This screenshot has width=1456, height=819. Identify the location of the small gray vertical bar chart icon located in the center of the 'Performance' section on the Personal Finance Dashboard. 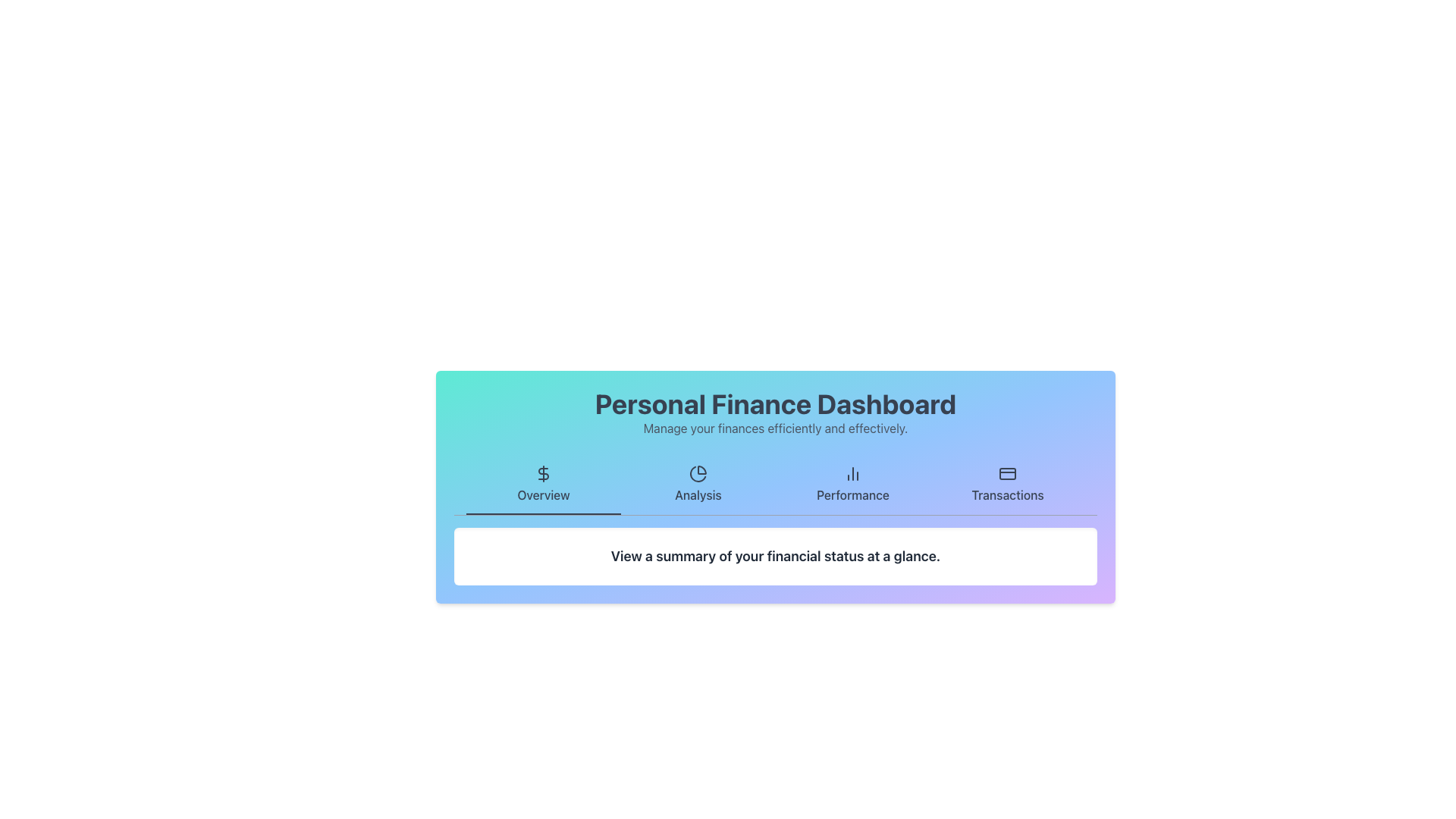
(852, 472).